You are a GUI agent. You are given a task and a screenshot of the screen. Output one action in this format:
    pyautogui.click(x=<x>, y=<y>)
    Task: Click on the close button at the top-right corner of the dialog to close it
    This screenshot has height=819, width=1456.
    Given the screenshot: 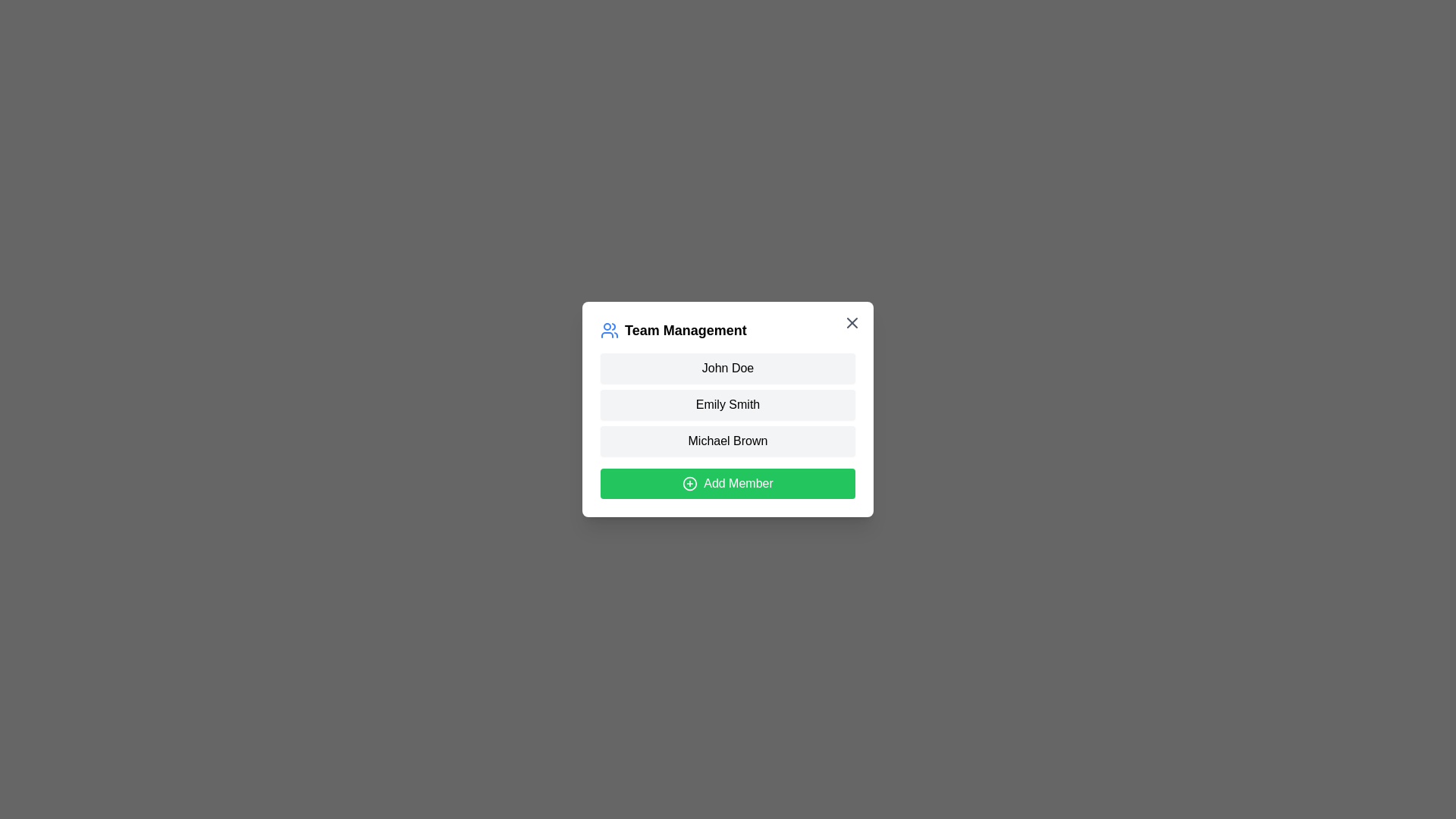 What is the action you would take?
    pyautogui.click(x=852, y=322)
    